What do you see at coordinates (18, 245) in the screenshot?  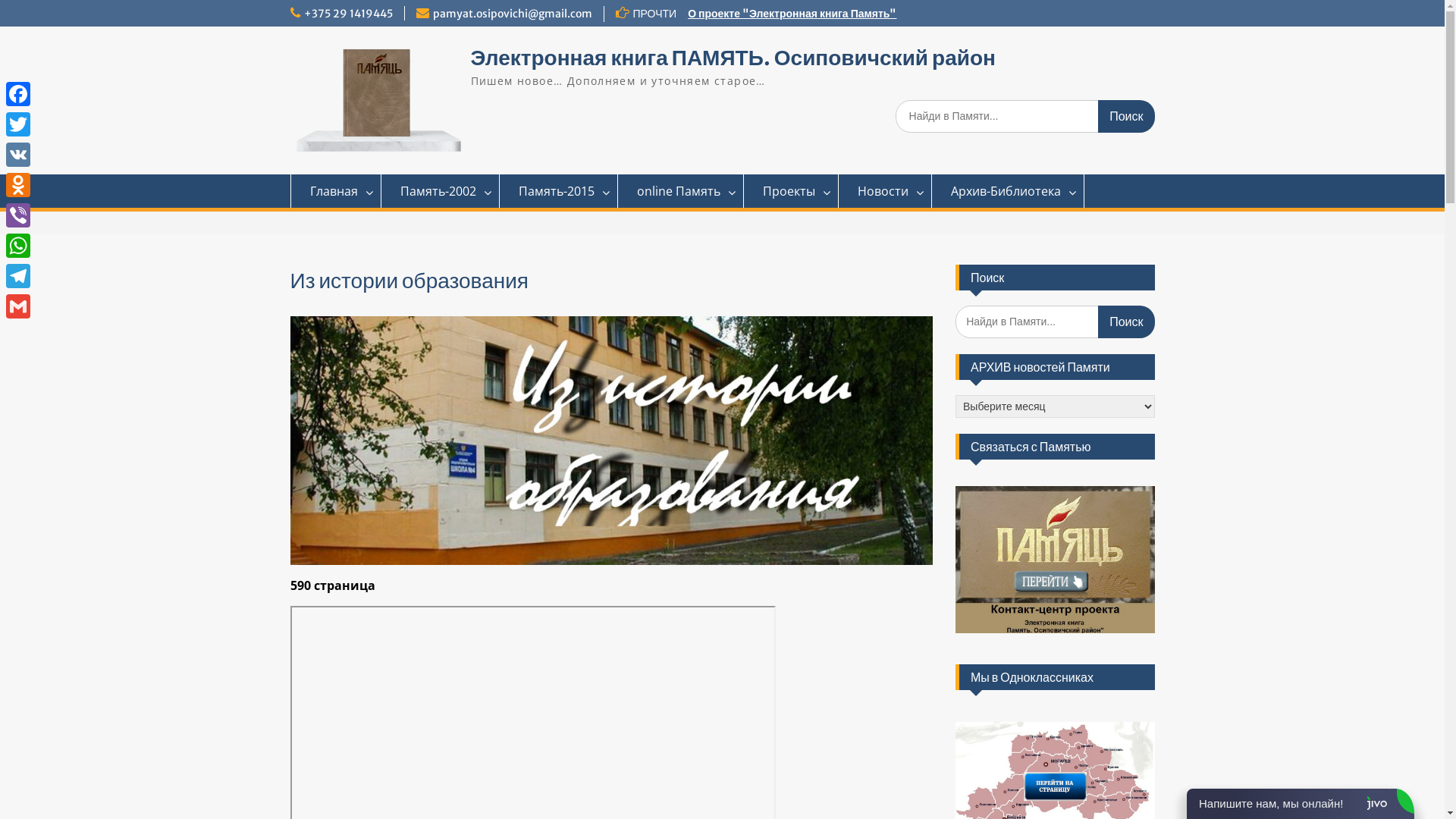 I see `'WhatsApp'` at bounding box center [18, 245].